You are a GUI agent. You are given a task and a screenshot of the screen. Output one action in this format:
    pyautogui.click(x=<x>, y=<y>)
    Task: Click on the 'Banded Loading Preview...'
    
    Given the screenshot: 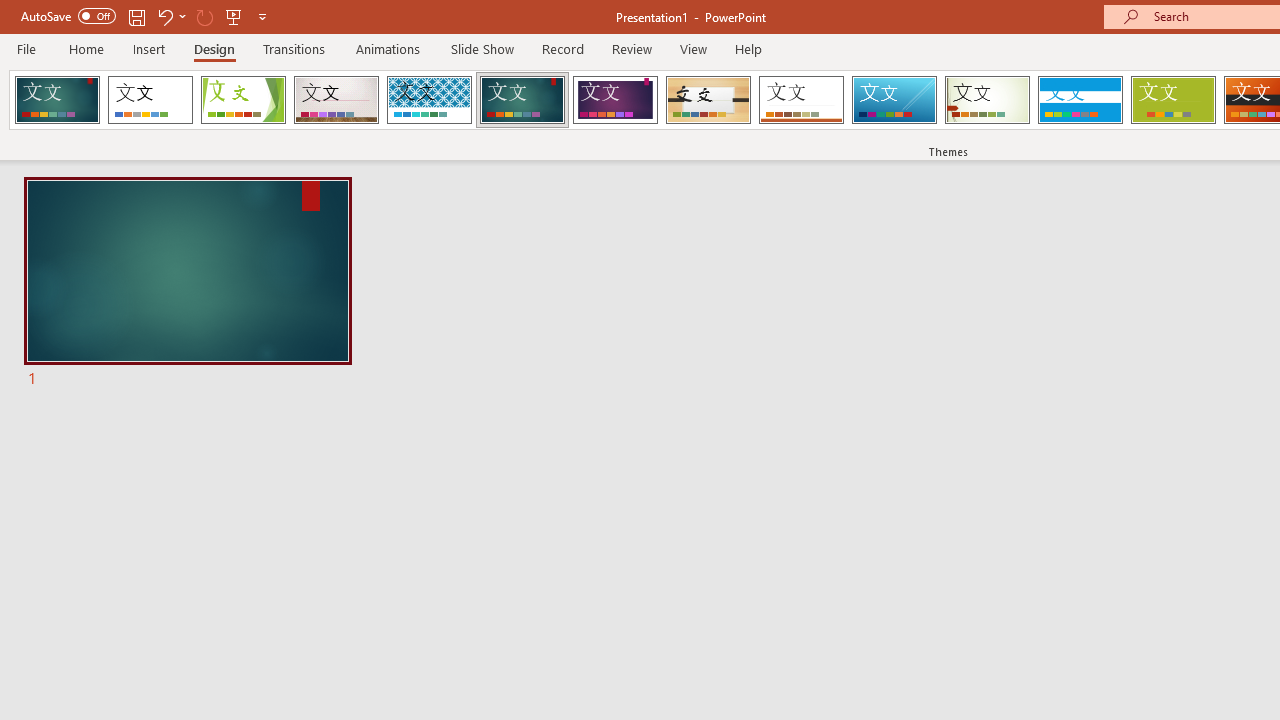 What is the action you would take?
    pyautogui.click(x=1079, y=100)
    